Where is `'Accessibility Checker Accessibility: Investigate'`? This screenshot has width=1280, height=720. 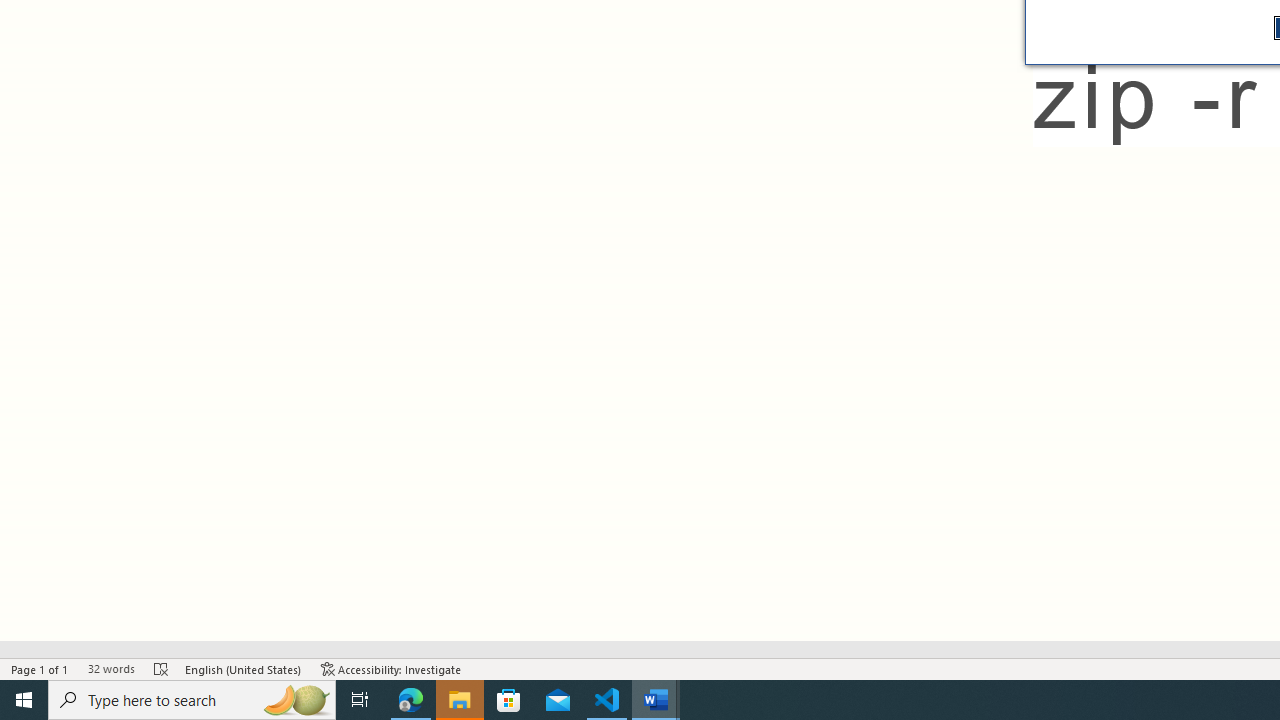
'Accessibility Checker Accessibility: Investigate' is located at coordinates (391, 669).